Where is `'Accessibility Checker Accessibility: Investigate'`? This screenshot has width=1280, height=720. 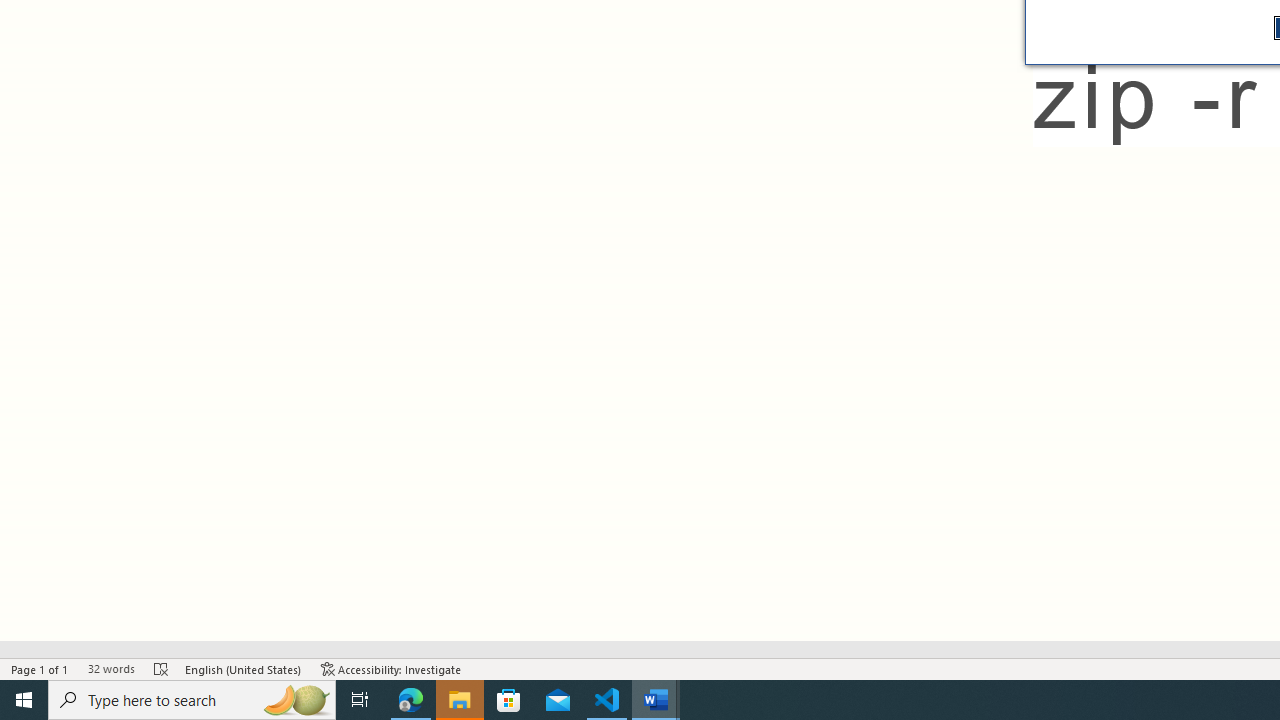
'Accessibility Checker Accessibility: Investigate' is located at coordinates (391, 669).